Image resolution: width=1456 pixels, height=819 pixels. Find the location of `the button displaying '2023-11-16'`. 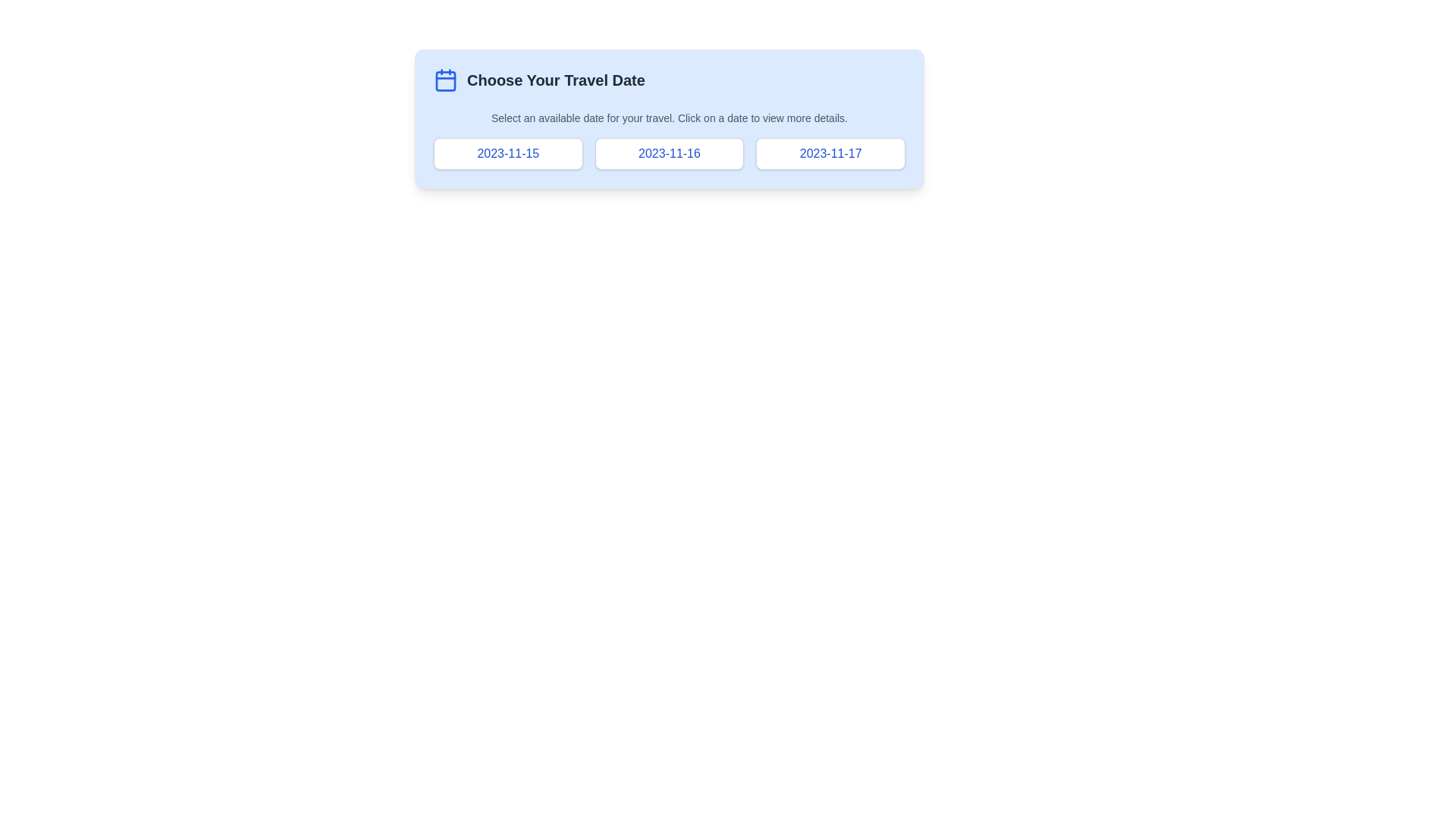

the button displaying '2023-11-16' is located at coordinates (669, 154).